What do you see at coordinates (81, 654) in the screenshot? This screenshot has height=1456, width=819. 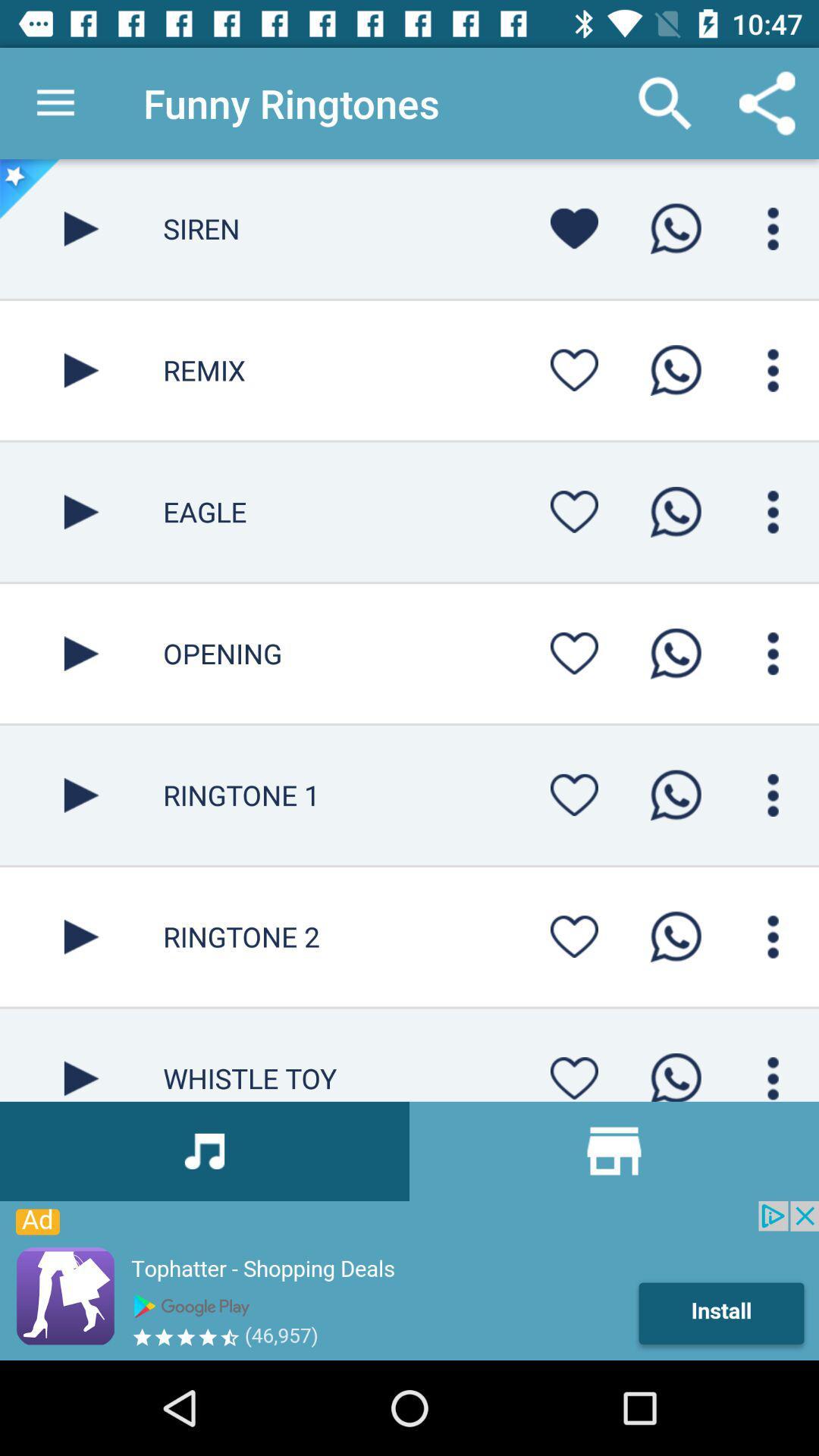 I see `ringtone` at bounding box center [81, 654].